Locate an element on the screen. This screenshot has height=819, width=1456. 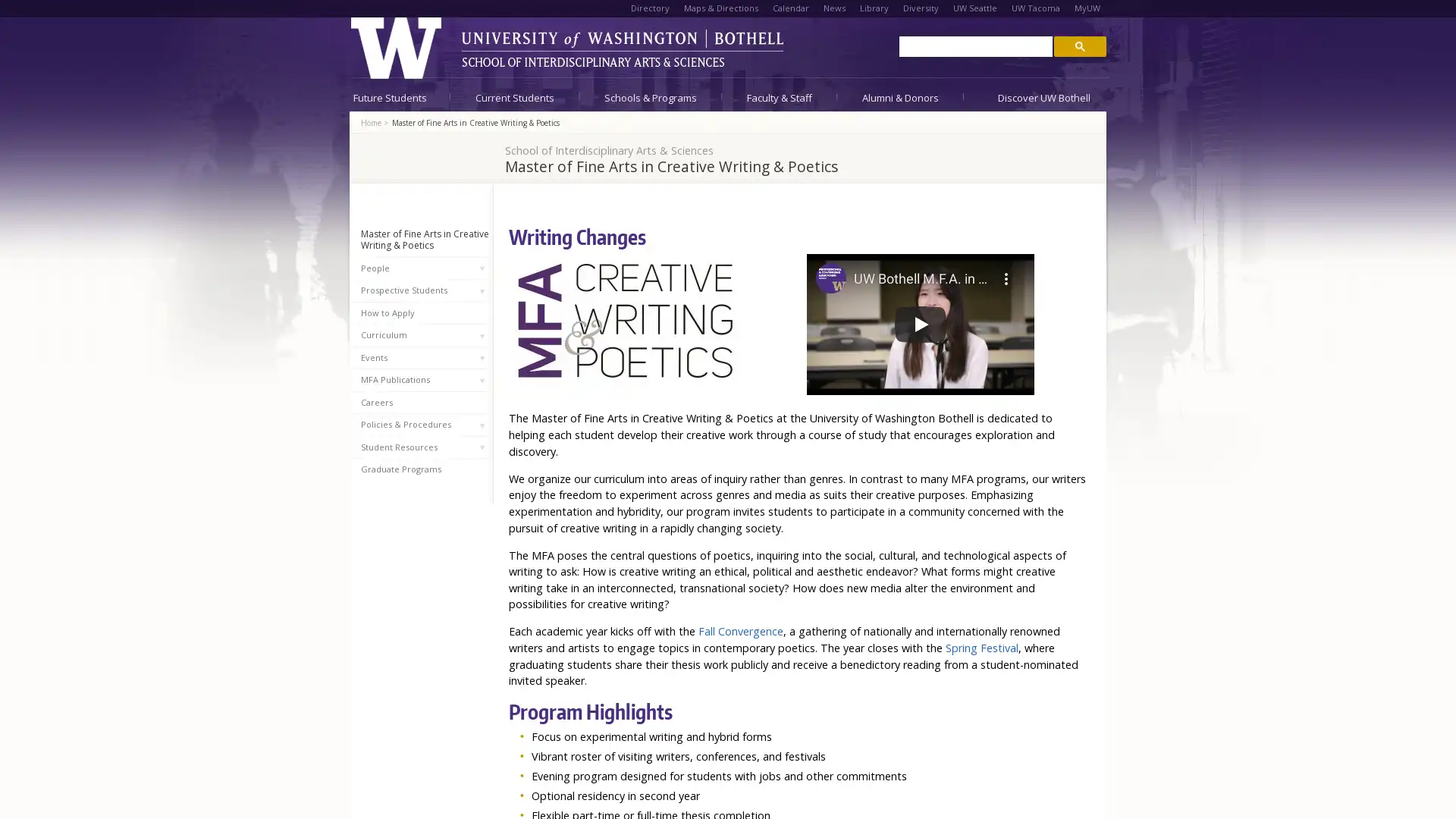
Prospective Students Submenu is located at coordinates (482, 291).